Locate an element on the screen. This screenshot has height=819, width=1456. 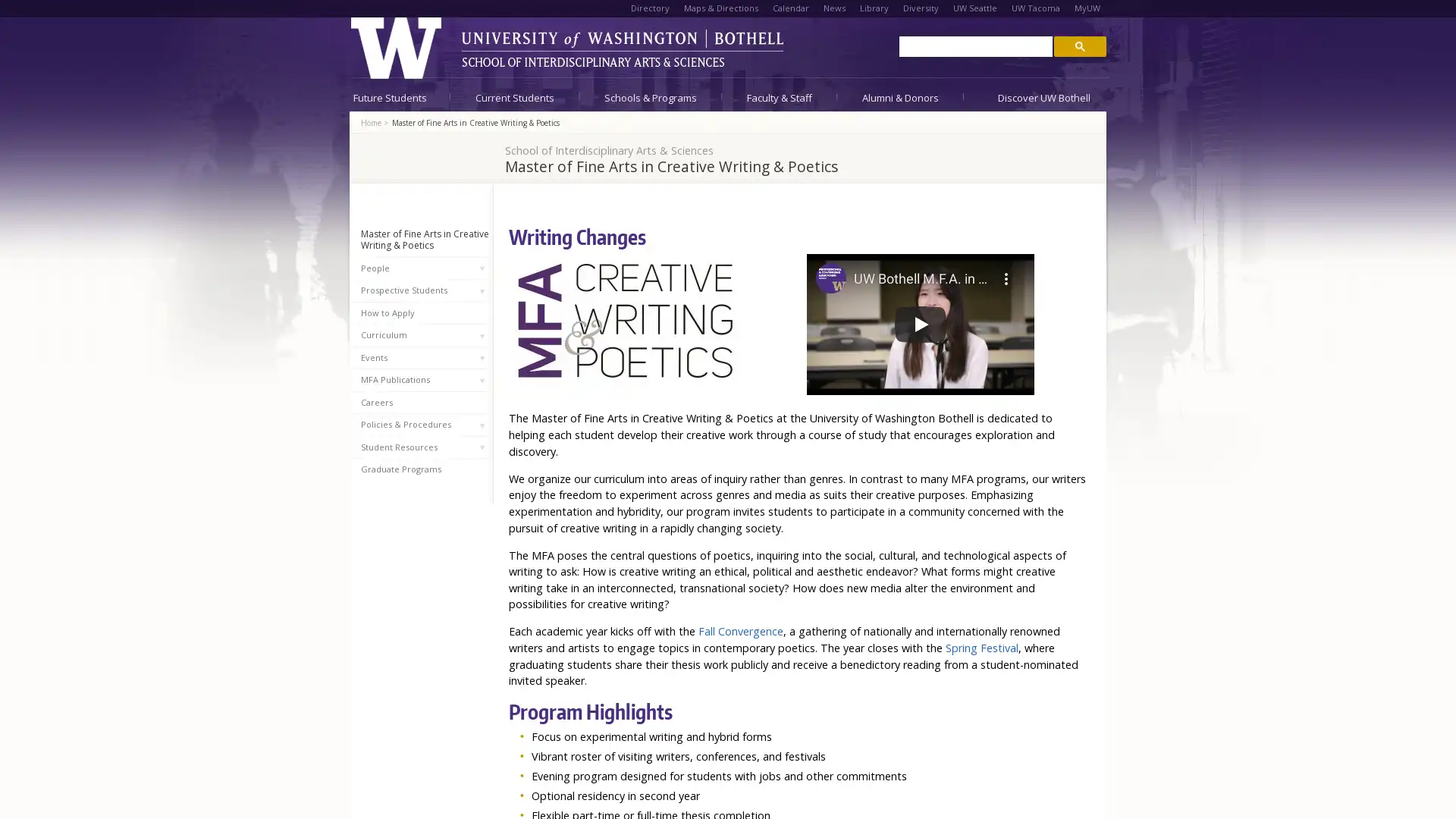
Prospective Students Submenu is located at coordinates (482, 291).